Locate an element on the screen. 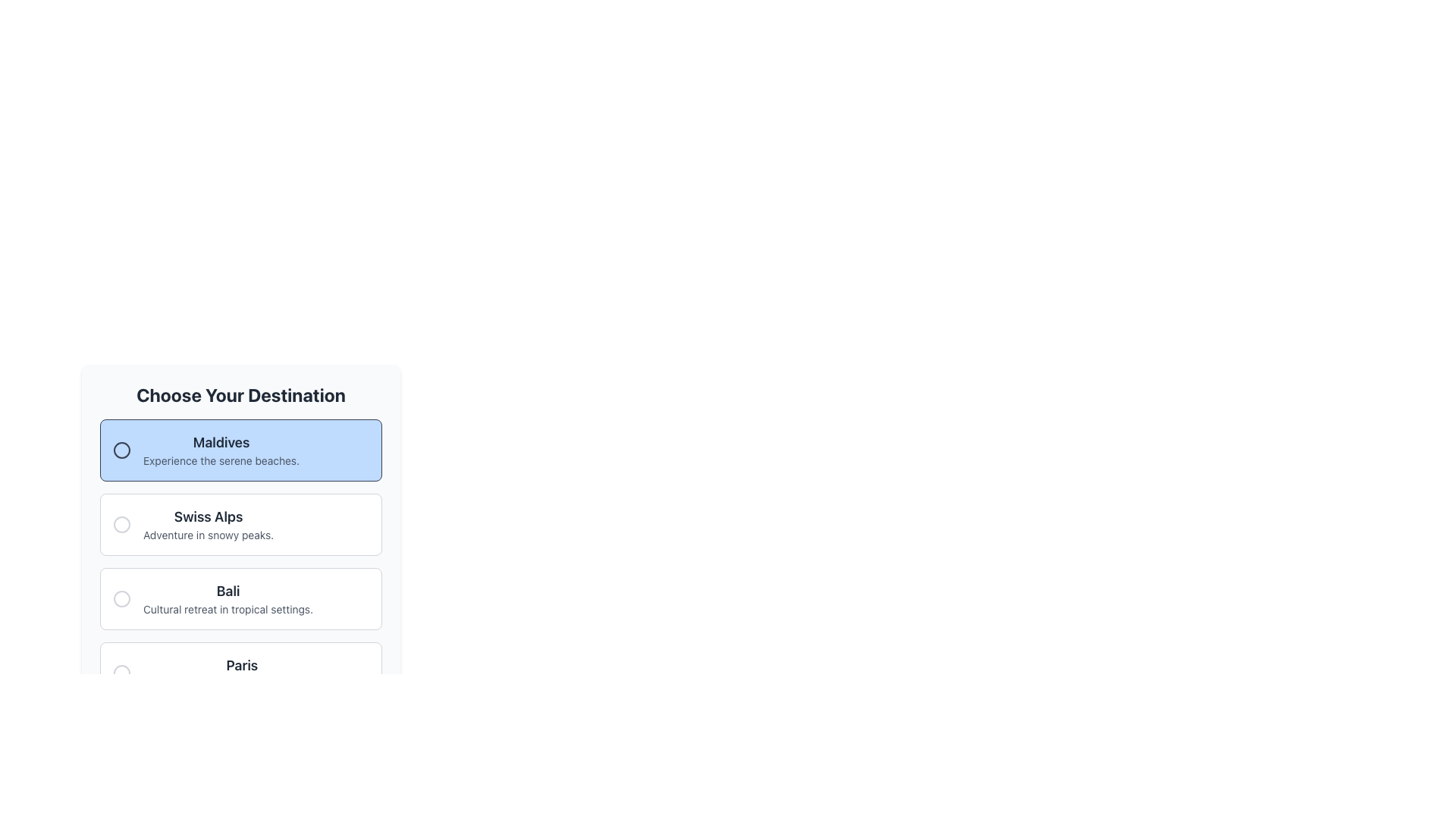 The image size is (1456, 819). the radio button icon for the 'Swiss Alps' option is located at coordinates (122, 523).